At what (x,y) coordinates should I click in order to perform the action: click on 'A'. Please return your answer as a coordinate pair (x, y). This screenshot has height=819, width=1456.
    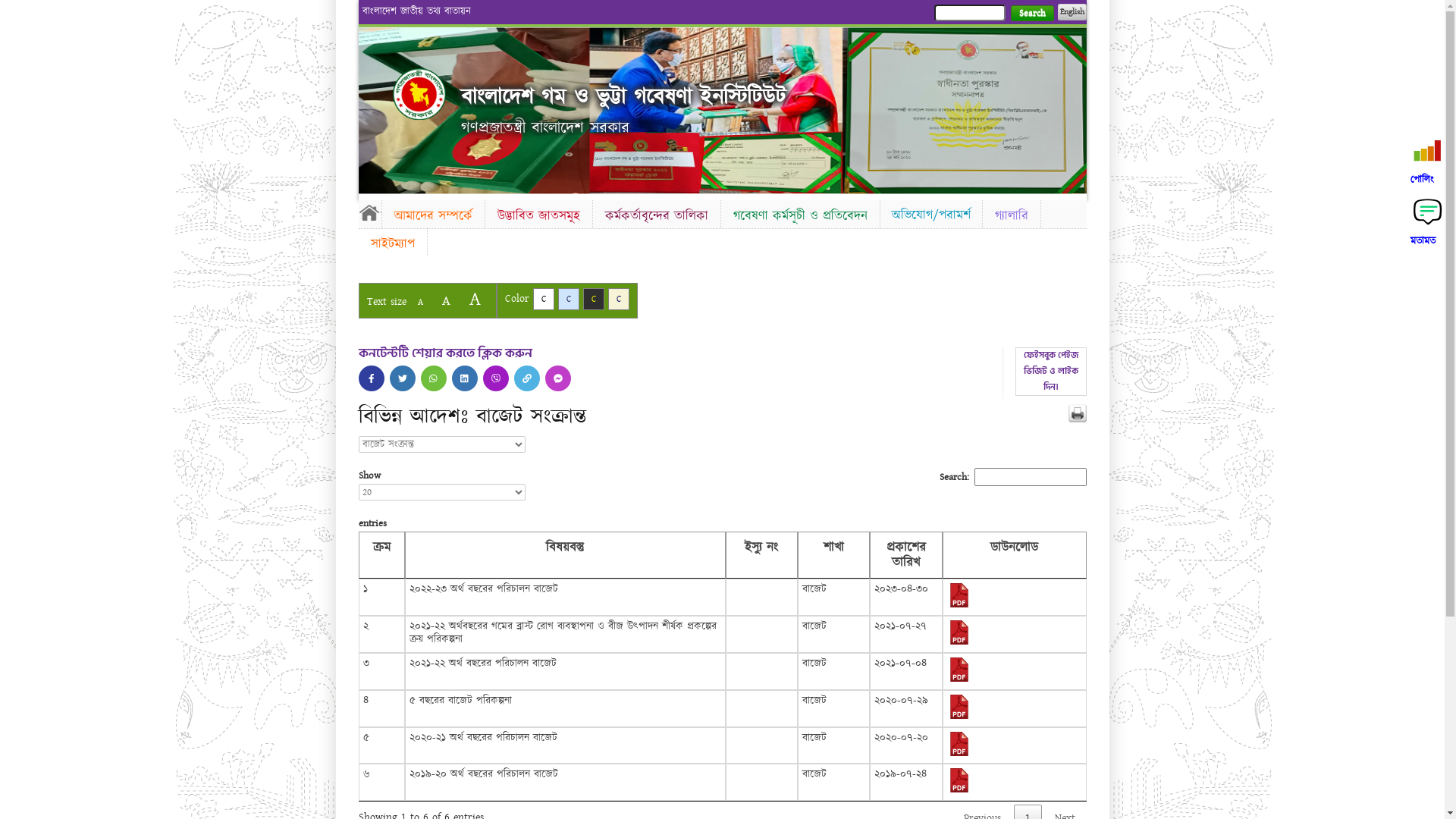
    Looking at the image, I should click on (473, 299).